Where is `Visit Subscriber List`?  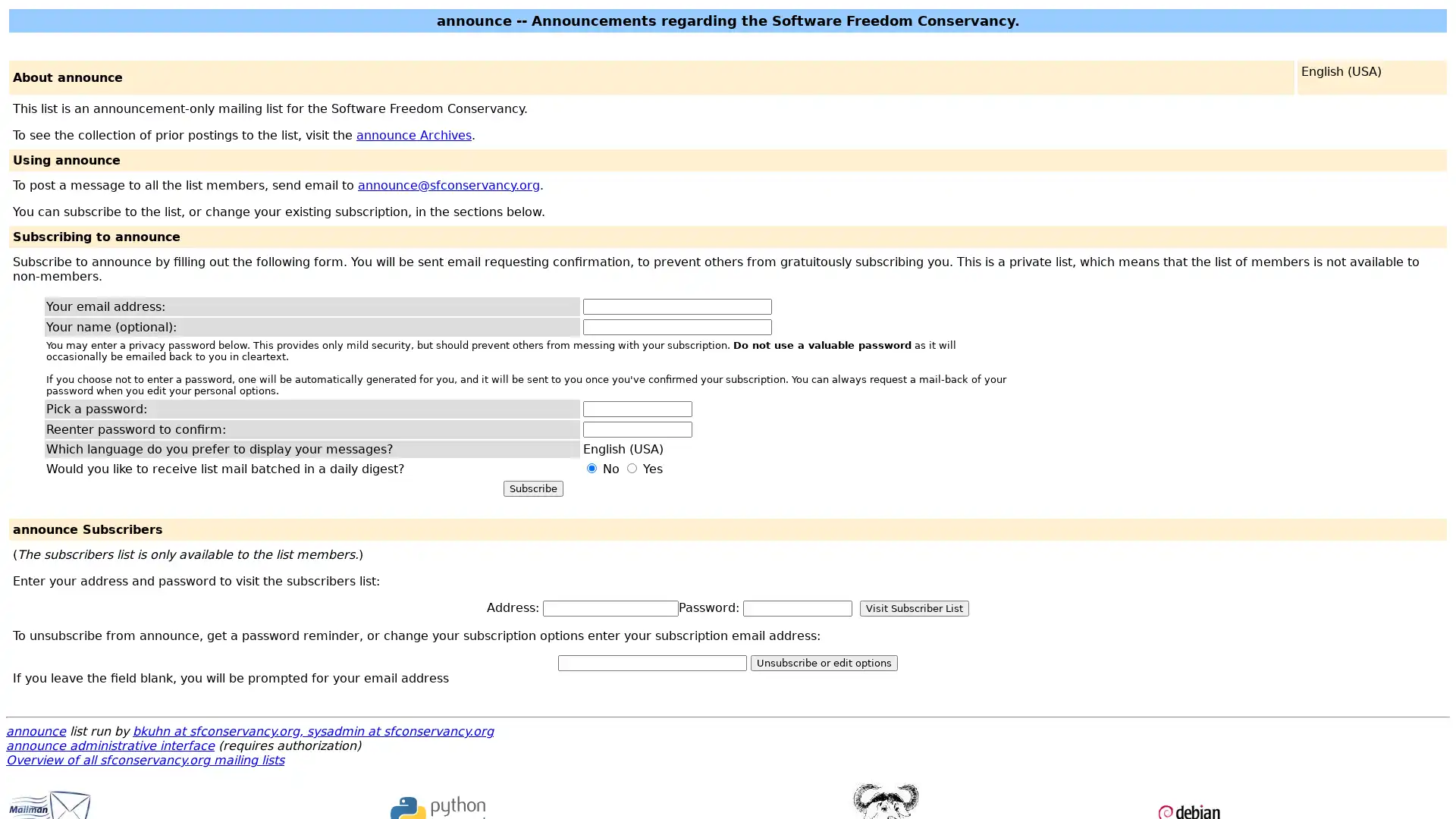
Visit Subscriber List is located at coordinates (913, 607).